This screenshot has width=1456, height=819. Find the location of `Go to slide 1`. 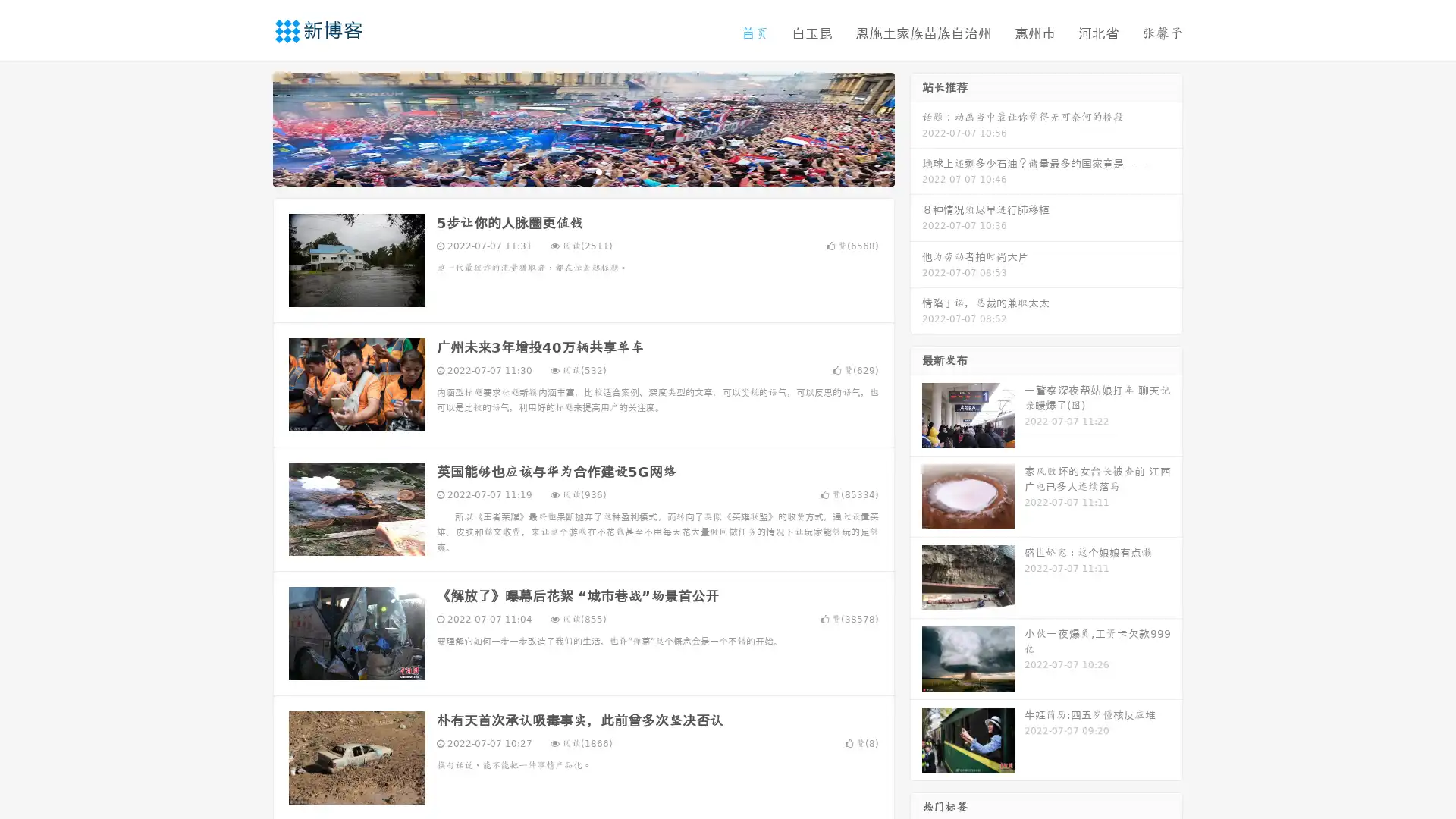

Go to slide 1 is located at coordinates (567, 171).